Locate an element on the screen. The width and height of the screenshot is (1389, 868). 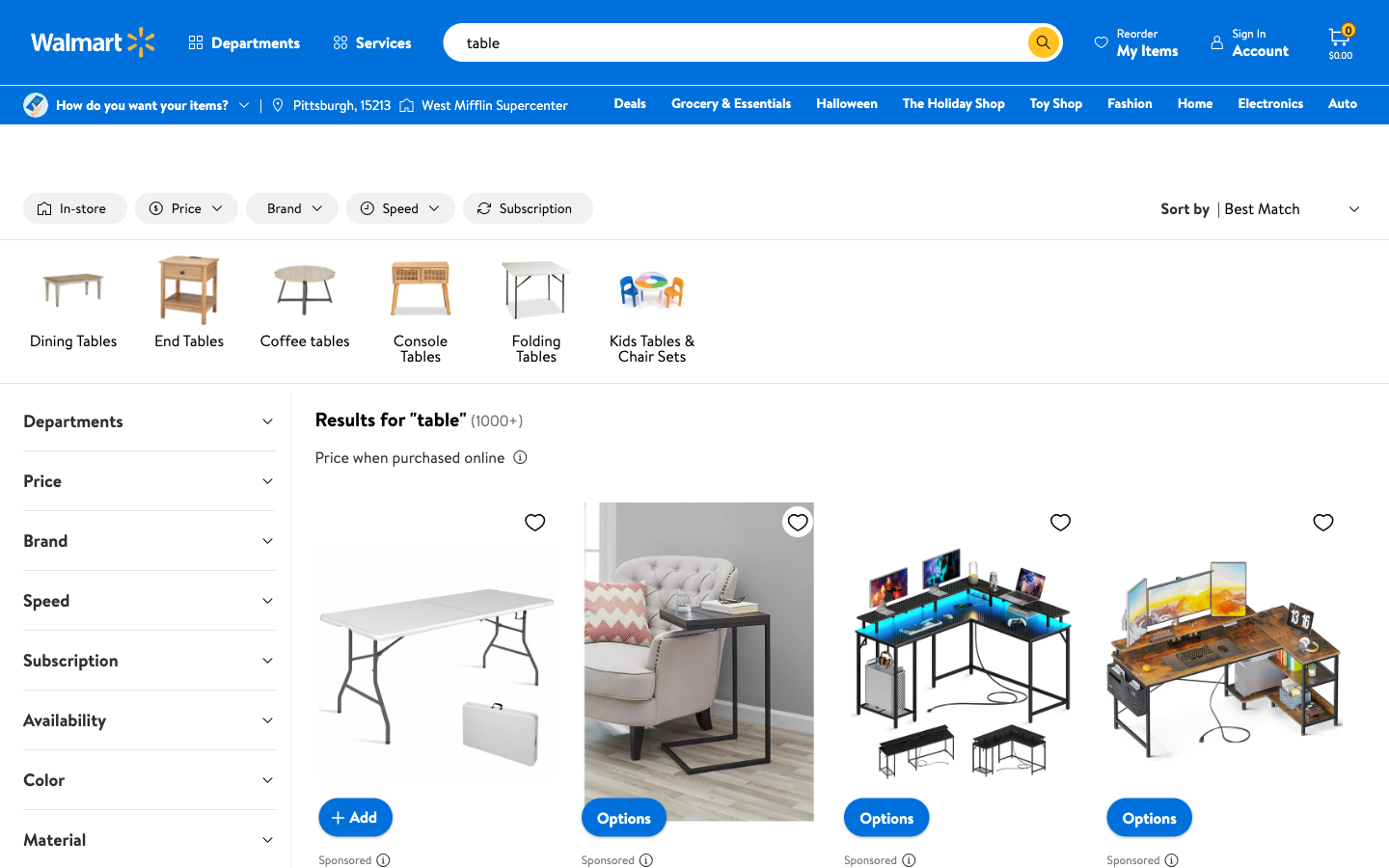
the "expand_Brand" menu and pick the top option is located at coordinates (148, 539).